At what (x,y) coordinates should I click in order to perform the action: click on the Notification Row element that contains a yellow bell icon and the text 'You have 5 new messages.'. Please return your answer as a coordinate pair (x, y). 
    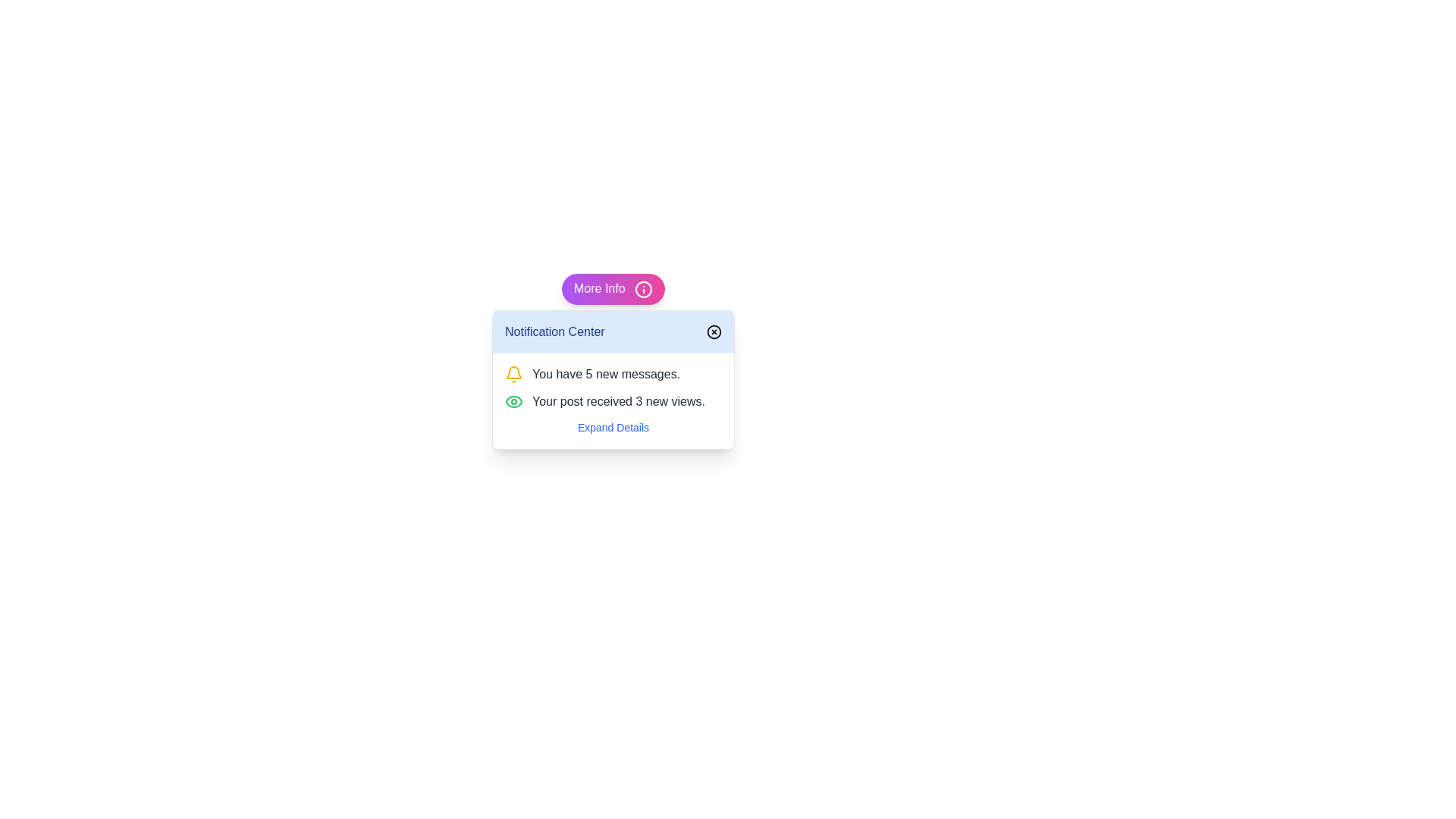
    Looking at the image, I should click on (613, 374).